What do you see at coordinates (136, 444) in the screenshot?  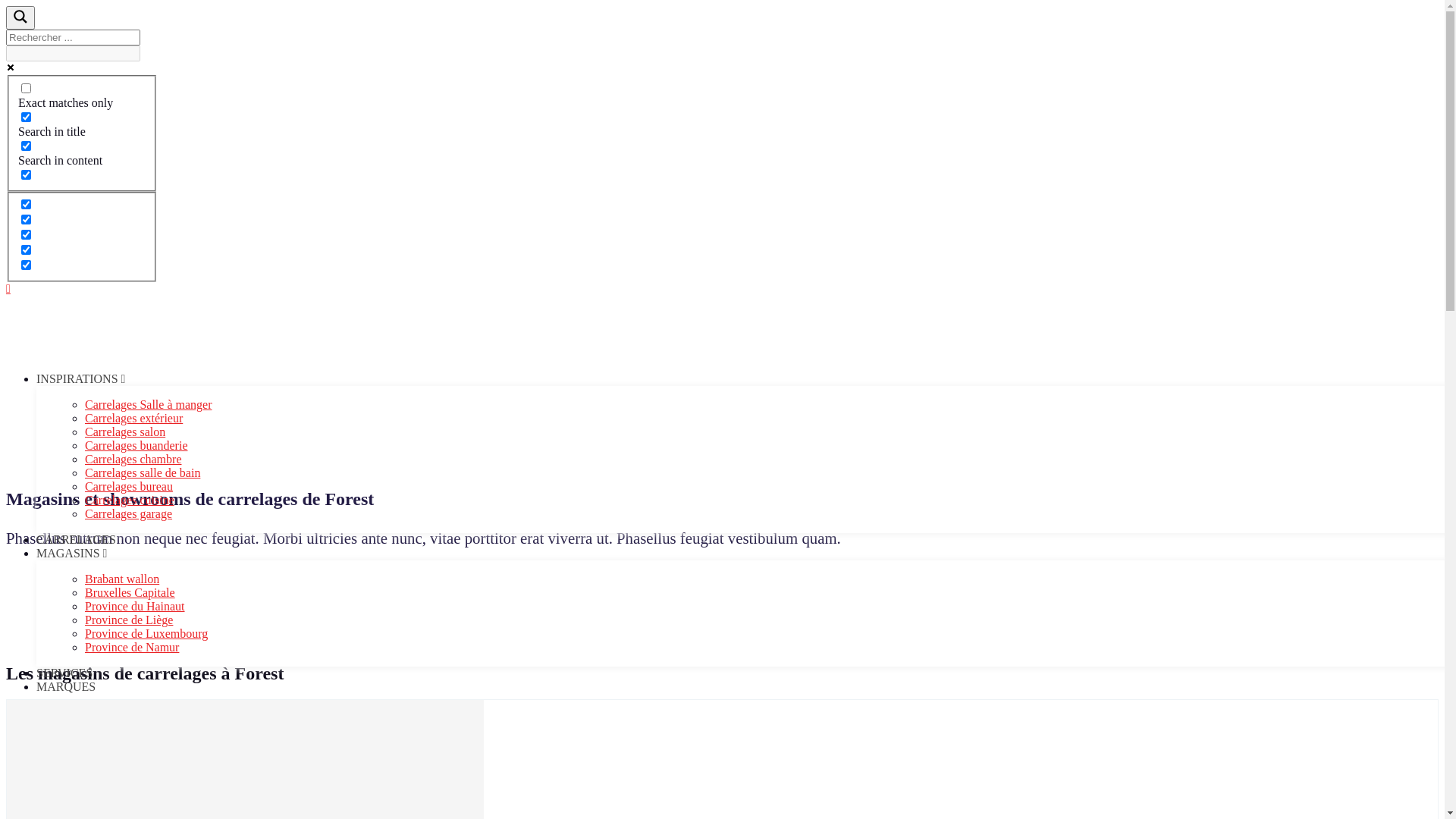 I see `'Carrelages buanderie'` at bounding box center [136, 444].